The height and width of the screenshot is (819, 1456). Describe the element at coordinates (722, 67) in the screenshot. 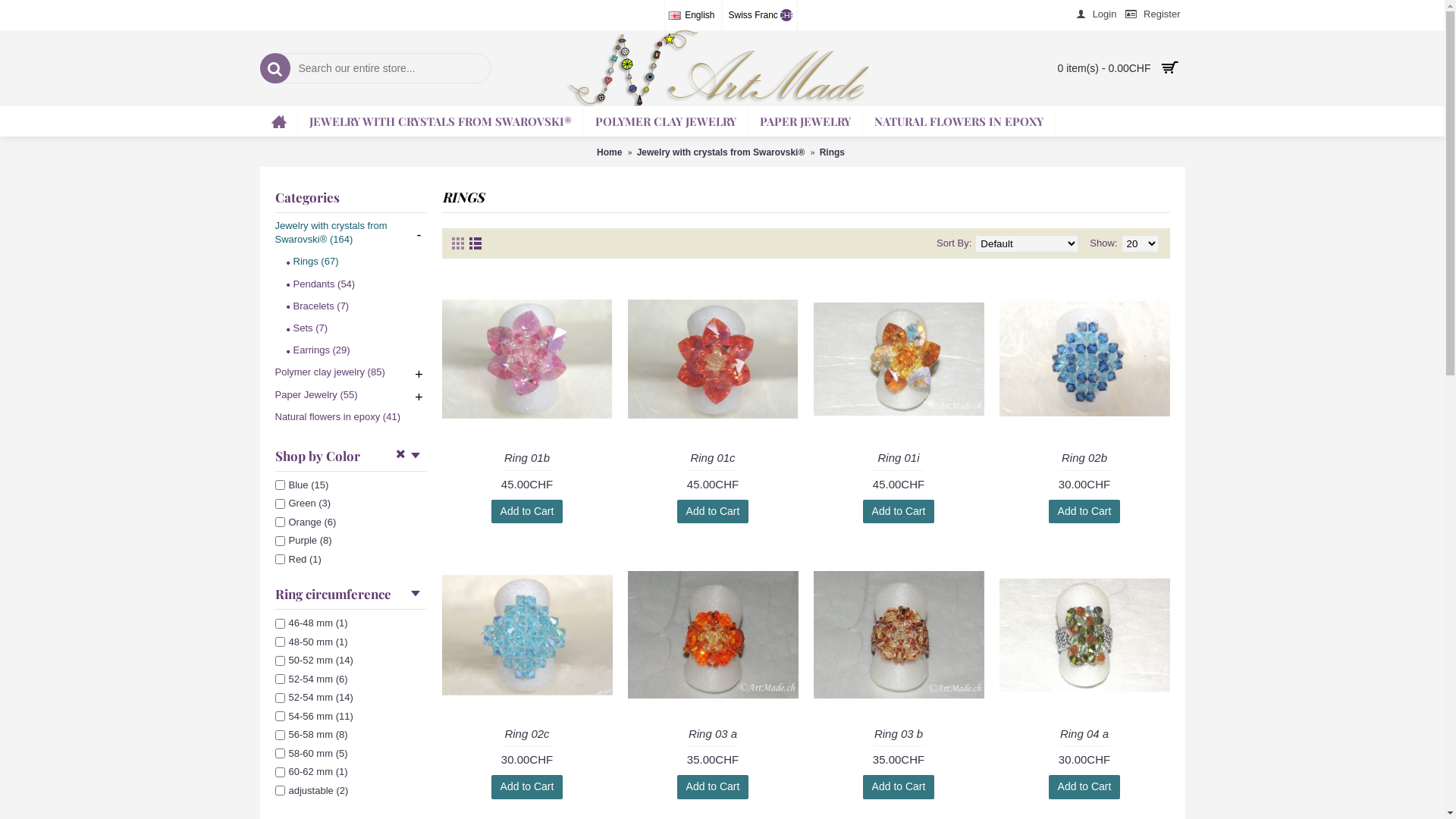

I see `'Artmade.ch'` at that location.